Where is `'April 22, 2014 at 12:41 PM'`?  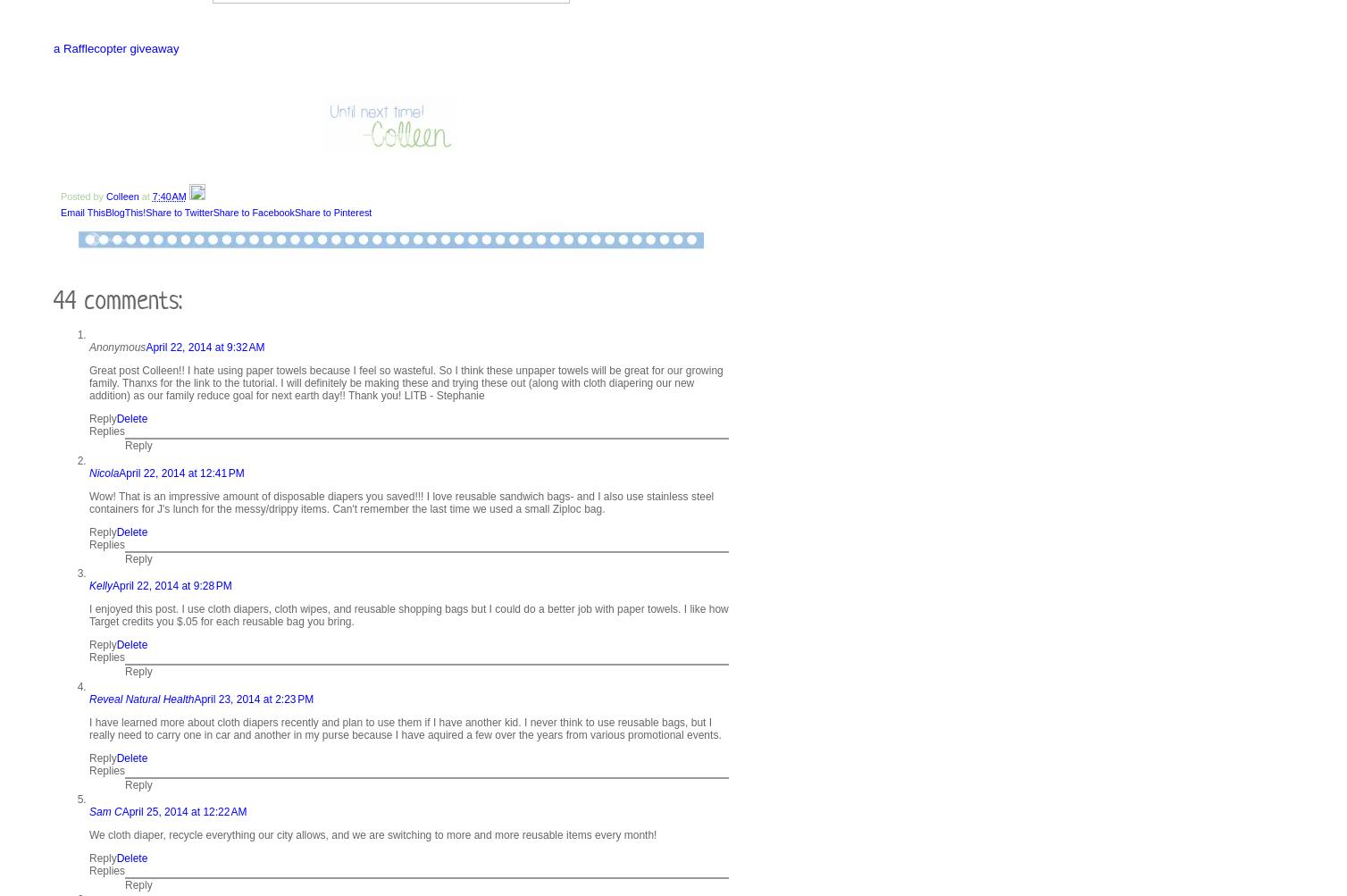
'April 22, 2014 at 12:41 PM' is located at coordinates (119, 471).